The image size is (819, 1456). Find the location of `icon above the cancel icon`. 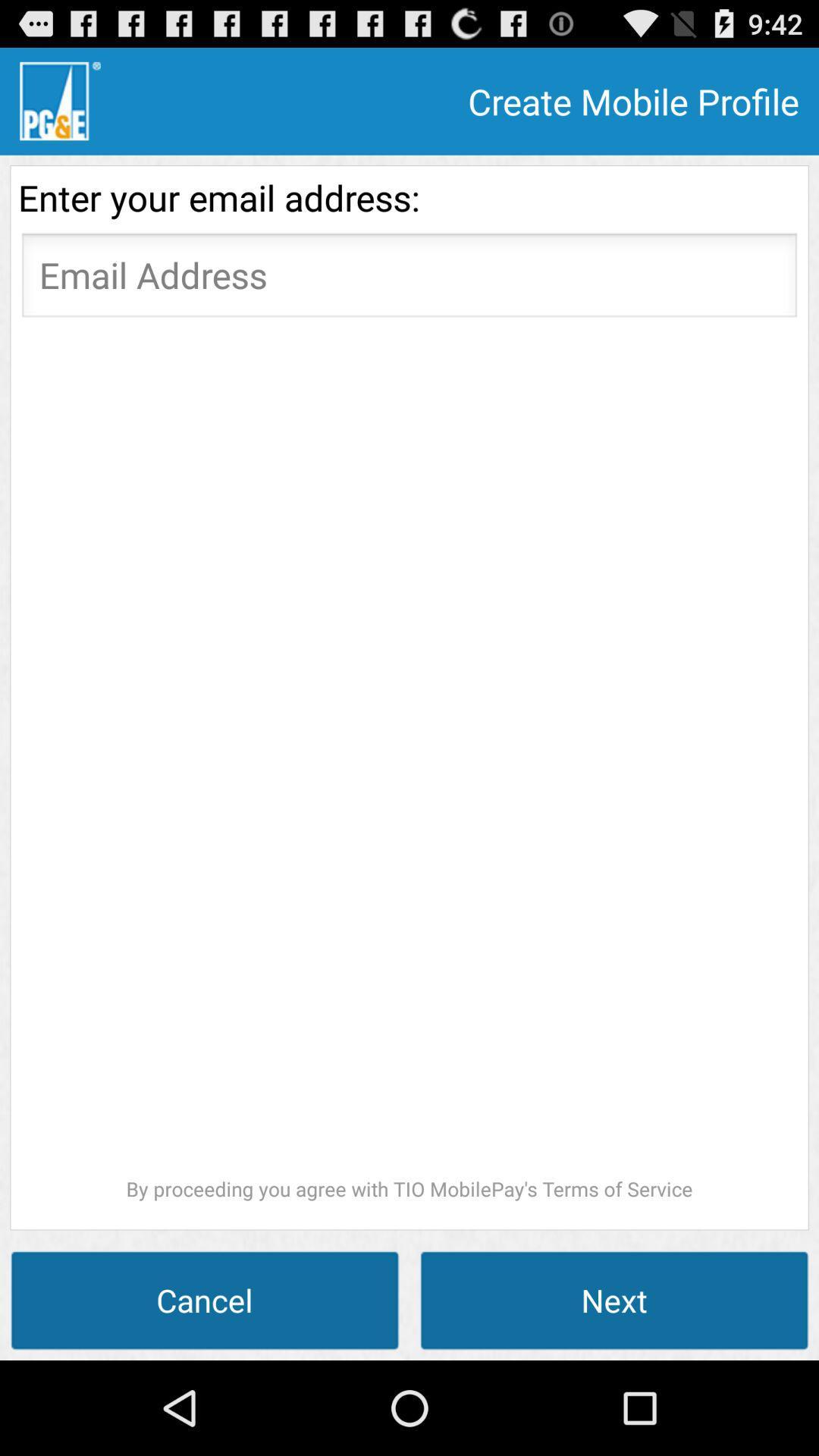

icon above the cancel icon is located at coordinates (409, 764).